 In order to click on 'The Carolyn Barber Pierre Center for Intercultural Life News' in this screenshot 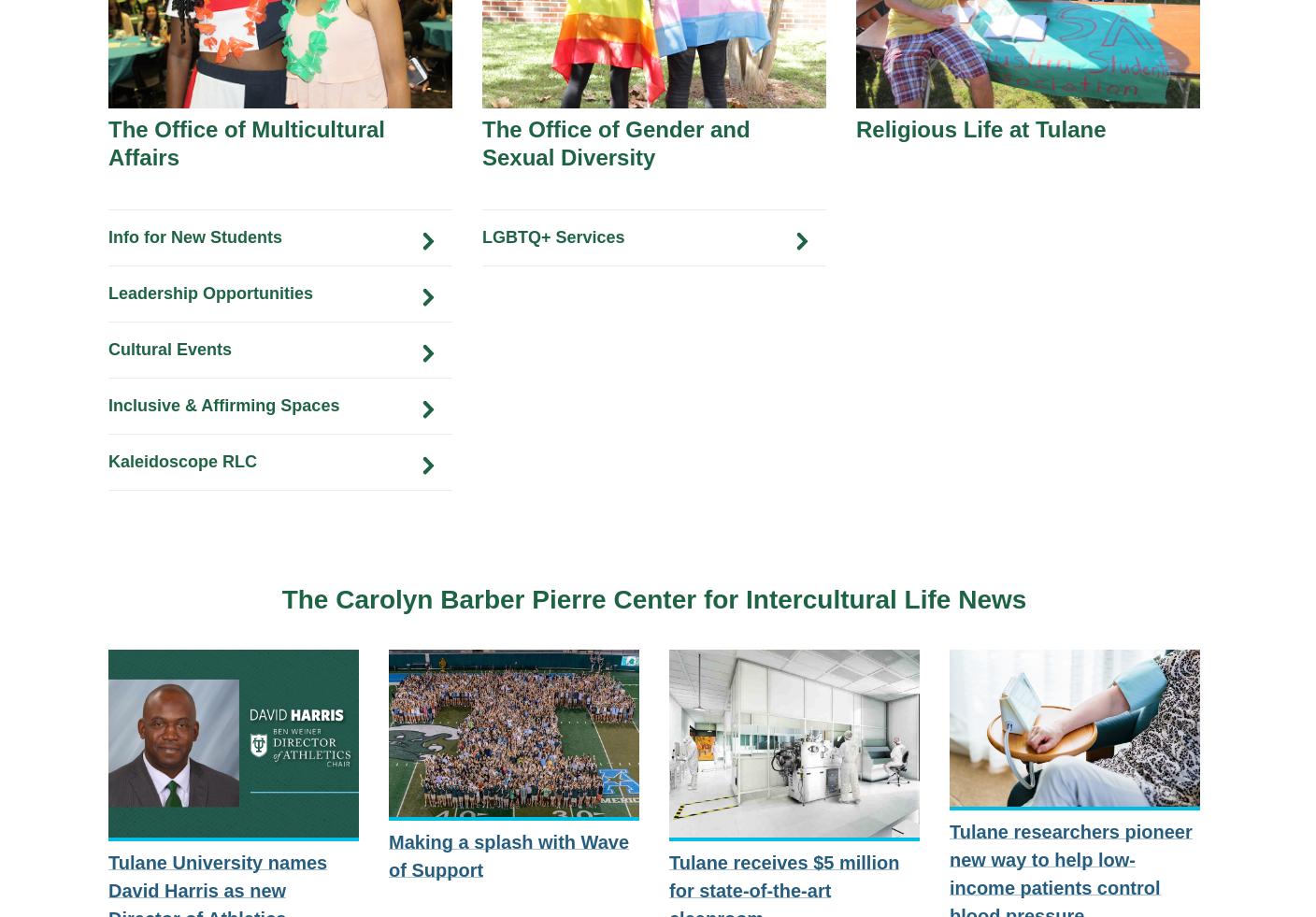, I will do `click(653, 598)`.